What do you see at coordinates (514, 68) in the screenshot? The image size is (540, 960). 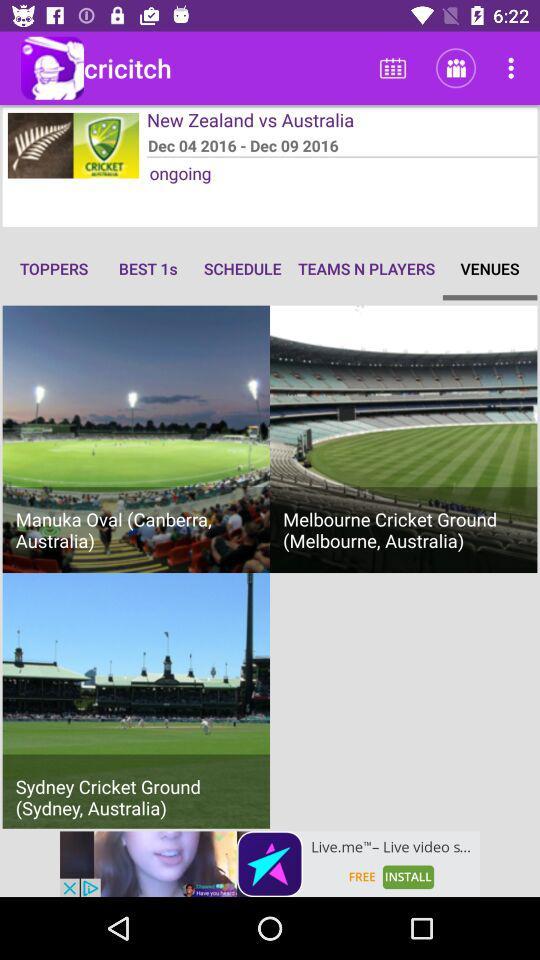 I see `suggestion icon at top right corner` at bounding box center [514, 68].